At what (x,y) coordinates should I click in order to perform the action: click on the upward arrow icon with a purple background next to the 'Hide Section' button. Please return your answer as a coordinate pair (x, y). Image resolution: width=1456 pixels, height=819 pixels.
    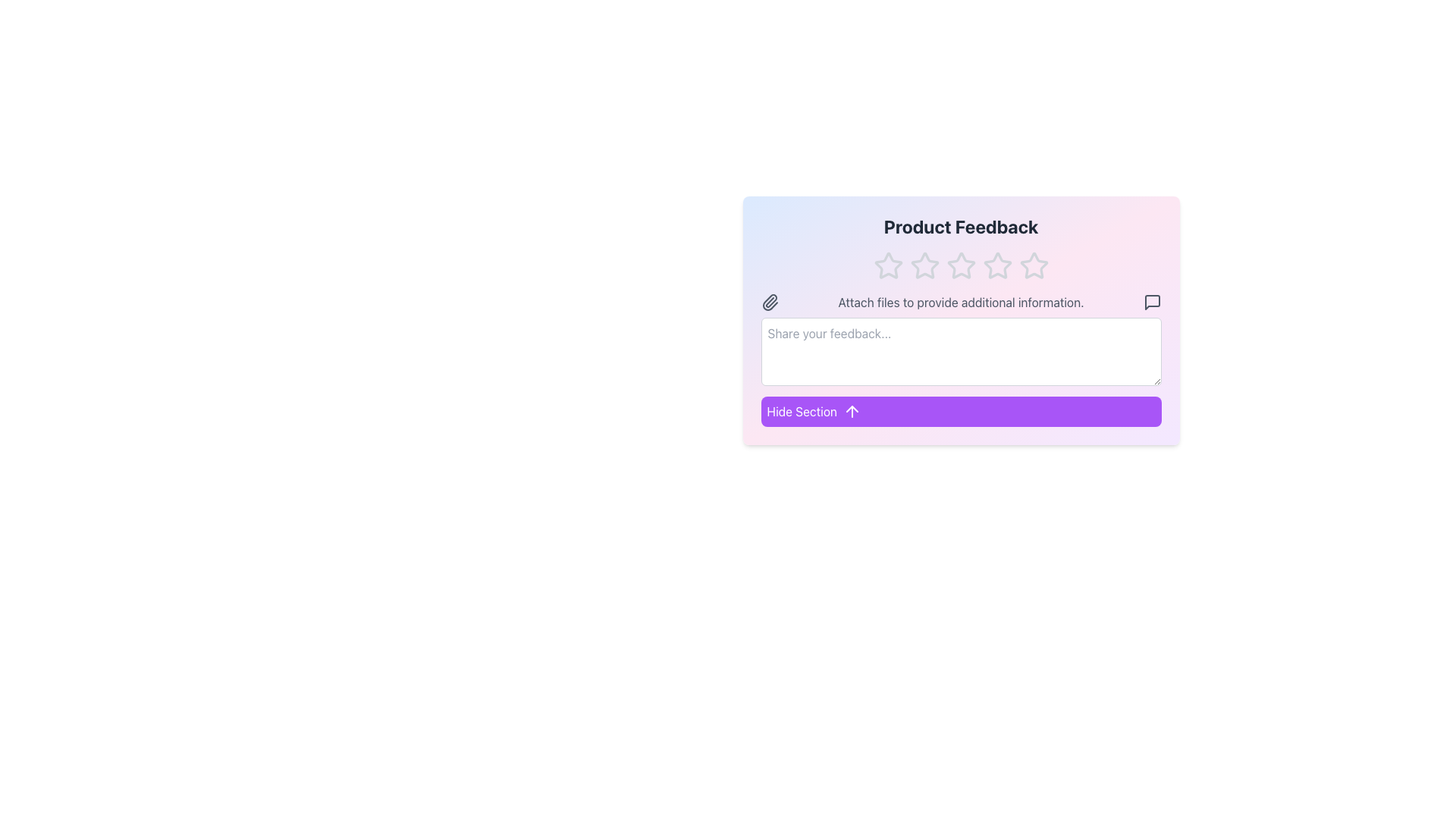
    Looking at the image, I should click on (852, 412).